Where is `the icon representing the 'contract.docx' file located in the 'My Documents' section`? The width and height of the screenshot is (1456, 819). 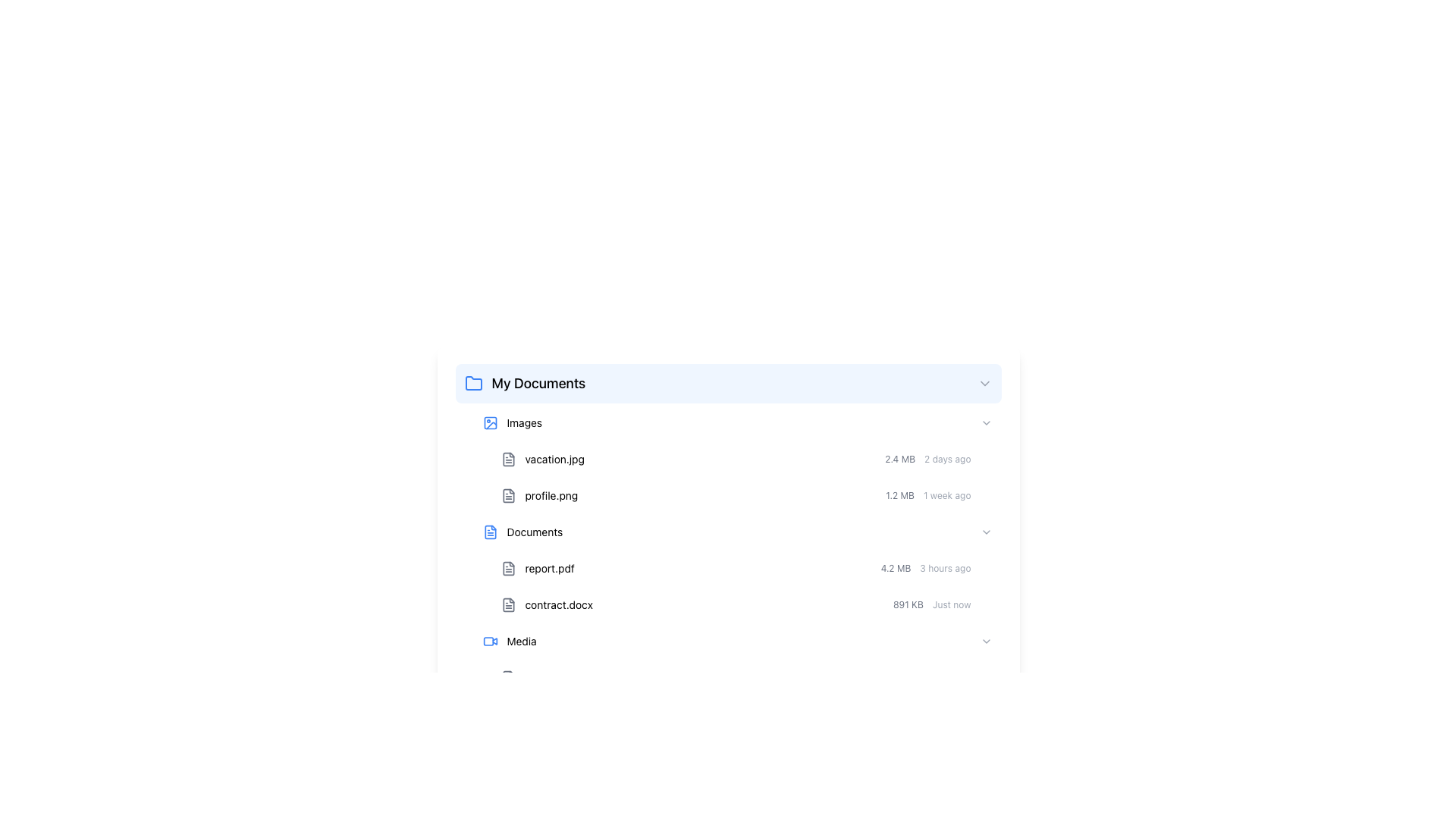
the icon representing the 'contract.docx' file located in the 'My Documents' section is located at coordinates (508, 604).